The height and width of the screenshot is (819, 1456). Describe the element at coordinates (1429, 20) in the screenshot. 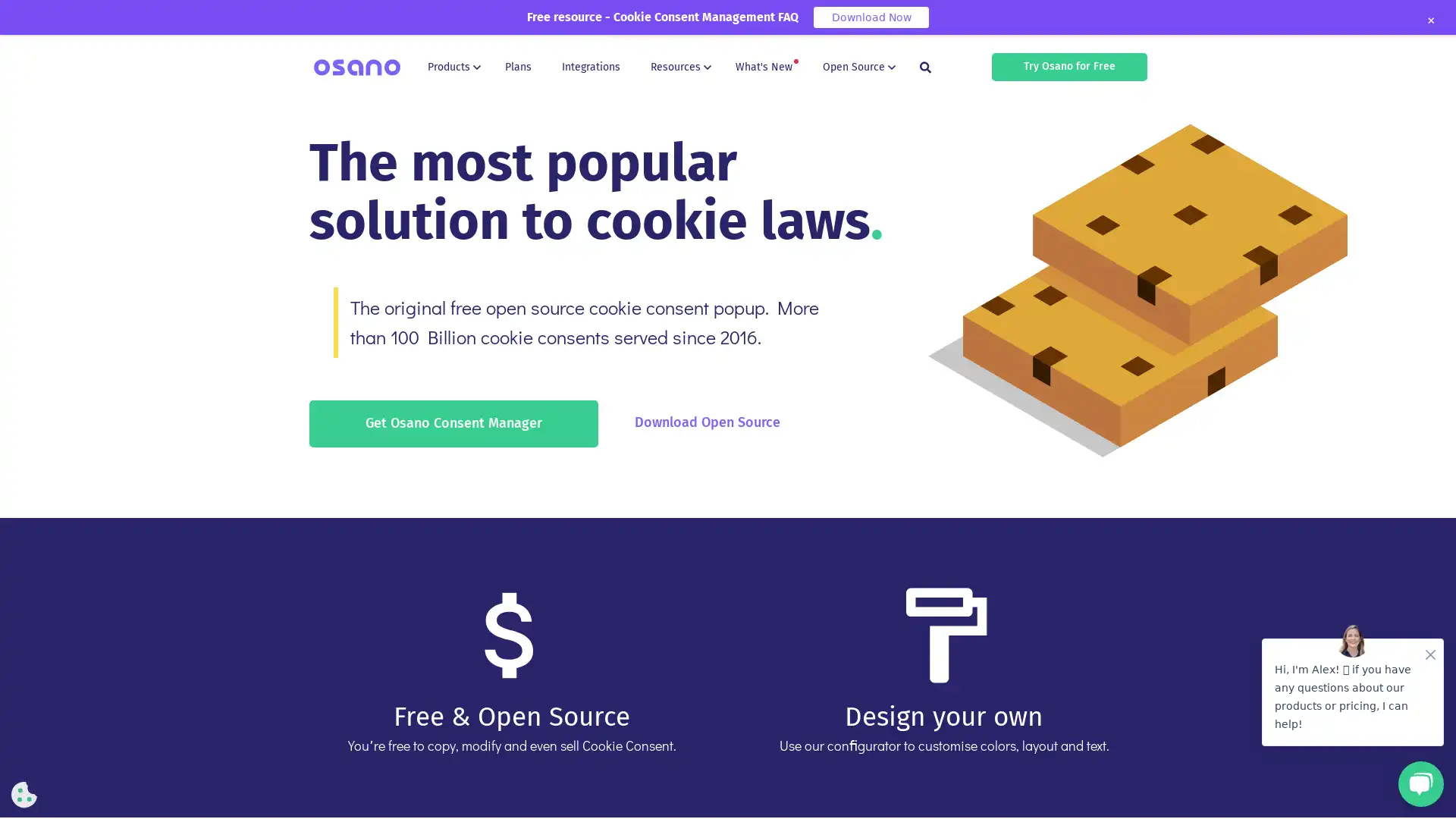

I see `Close` at that location.